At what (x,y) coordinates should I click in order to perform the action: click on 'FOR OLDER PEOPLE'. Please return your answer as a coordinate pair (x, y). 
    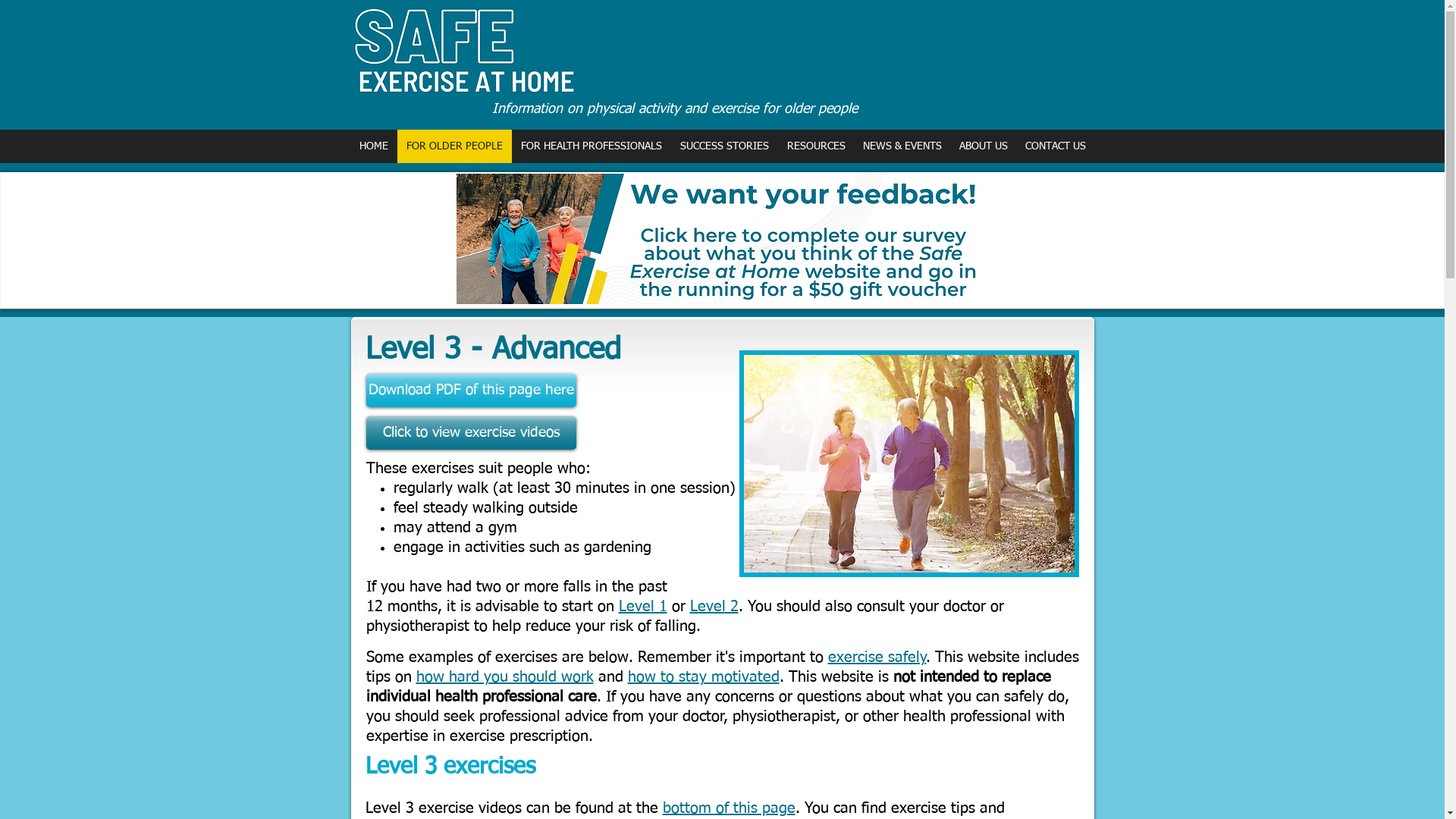
    Looking at the image, I should click on (453, 146).